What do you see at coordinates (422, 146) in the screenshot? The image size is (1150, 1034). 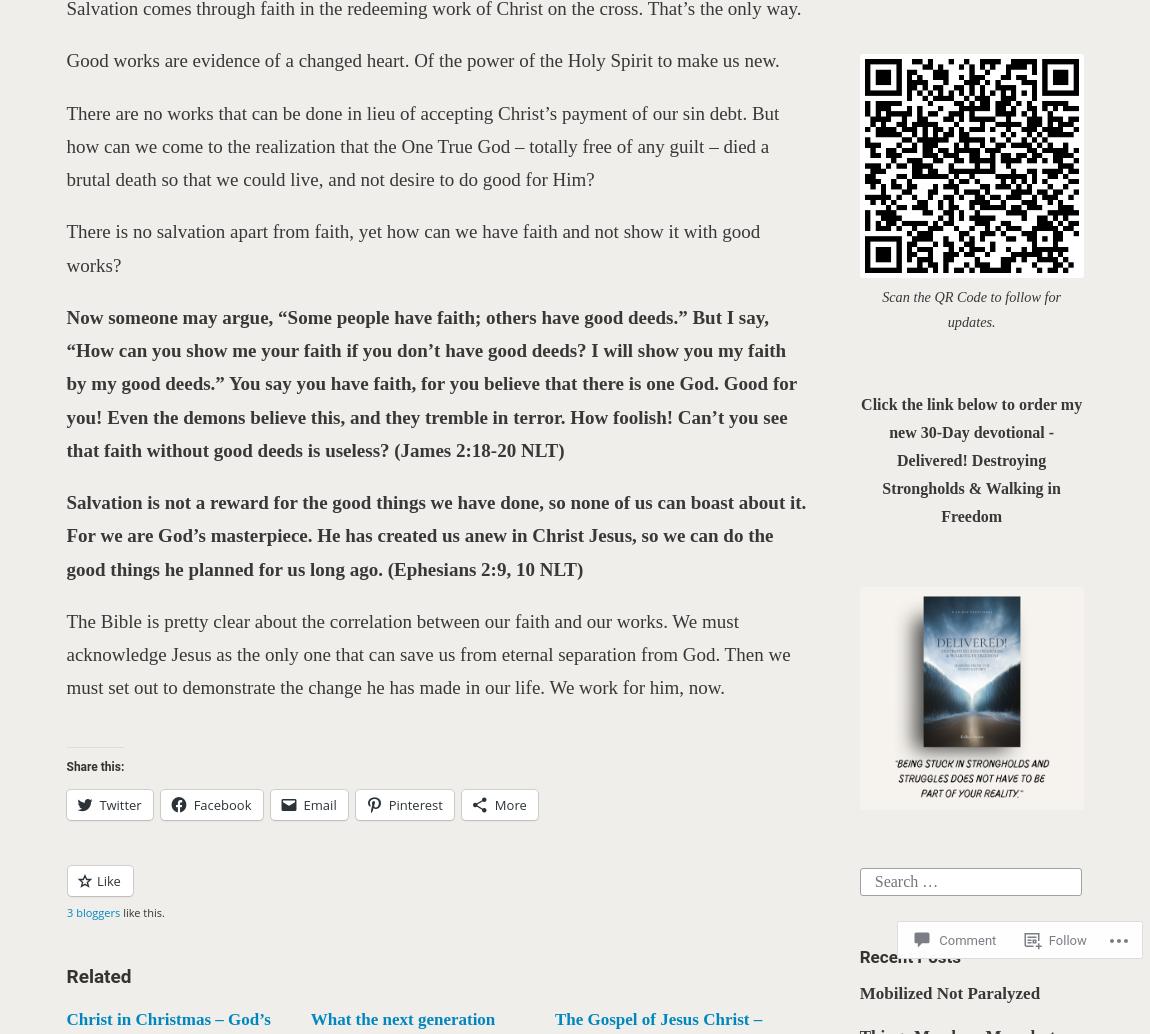 I see `'There are no works that can be done in lieu of accepting Christ’s payment of our sin debt. But how can we come to the realization that the One True God – totally free of any guilt – died a brutal death so that we could live, and not desire to do good for Him?'` at bounding box center [422, 146].